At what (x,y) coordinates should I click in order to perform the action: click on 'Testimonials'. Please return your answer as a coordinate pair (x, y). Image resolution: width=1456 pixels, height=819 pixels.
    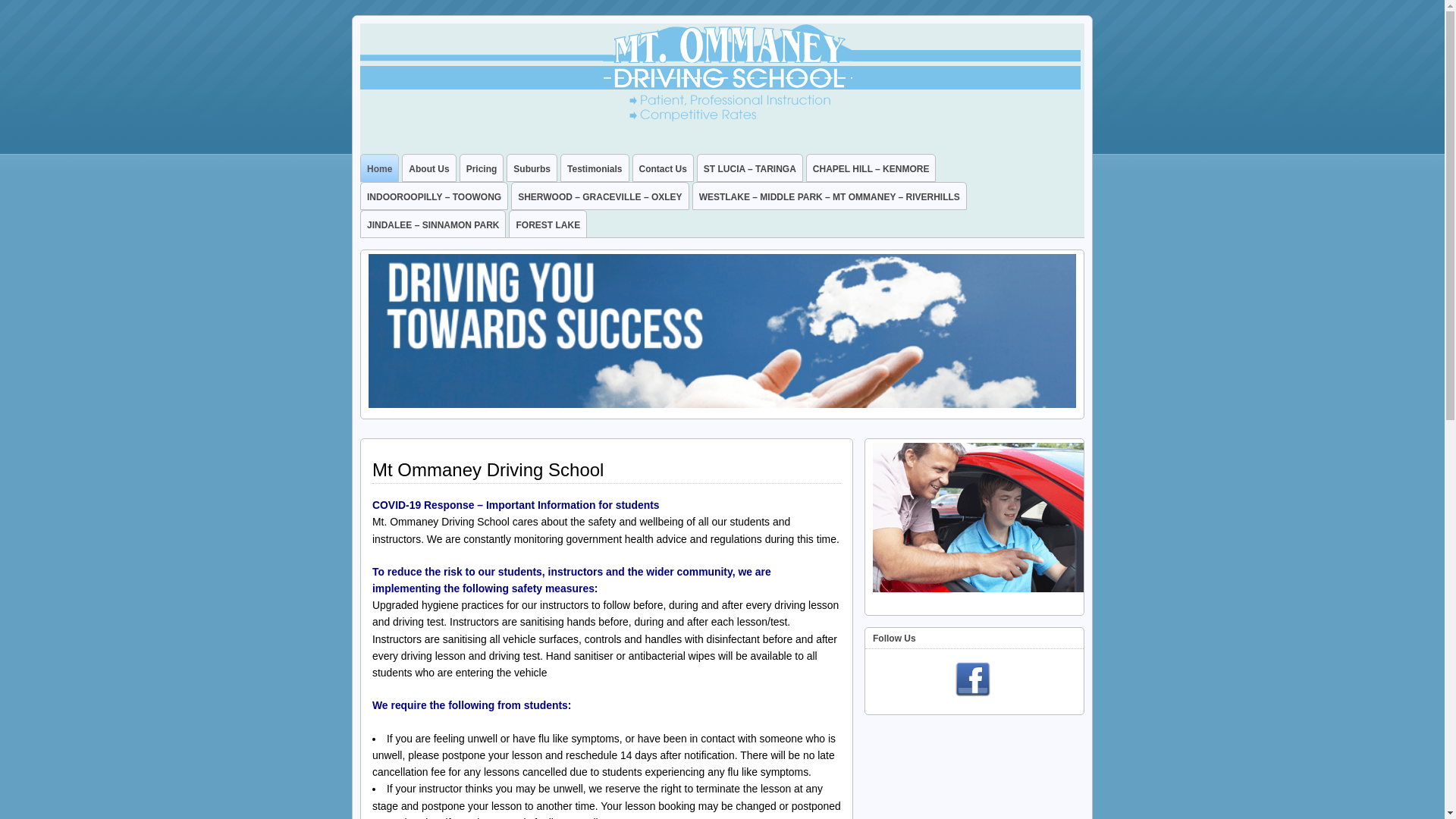
    Looking at the image, I should click on (593, 168).